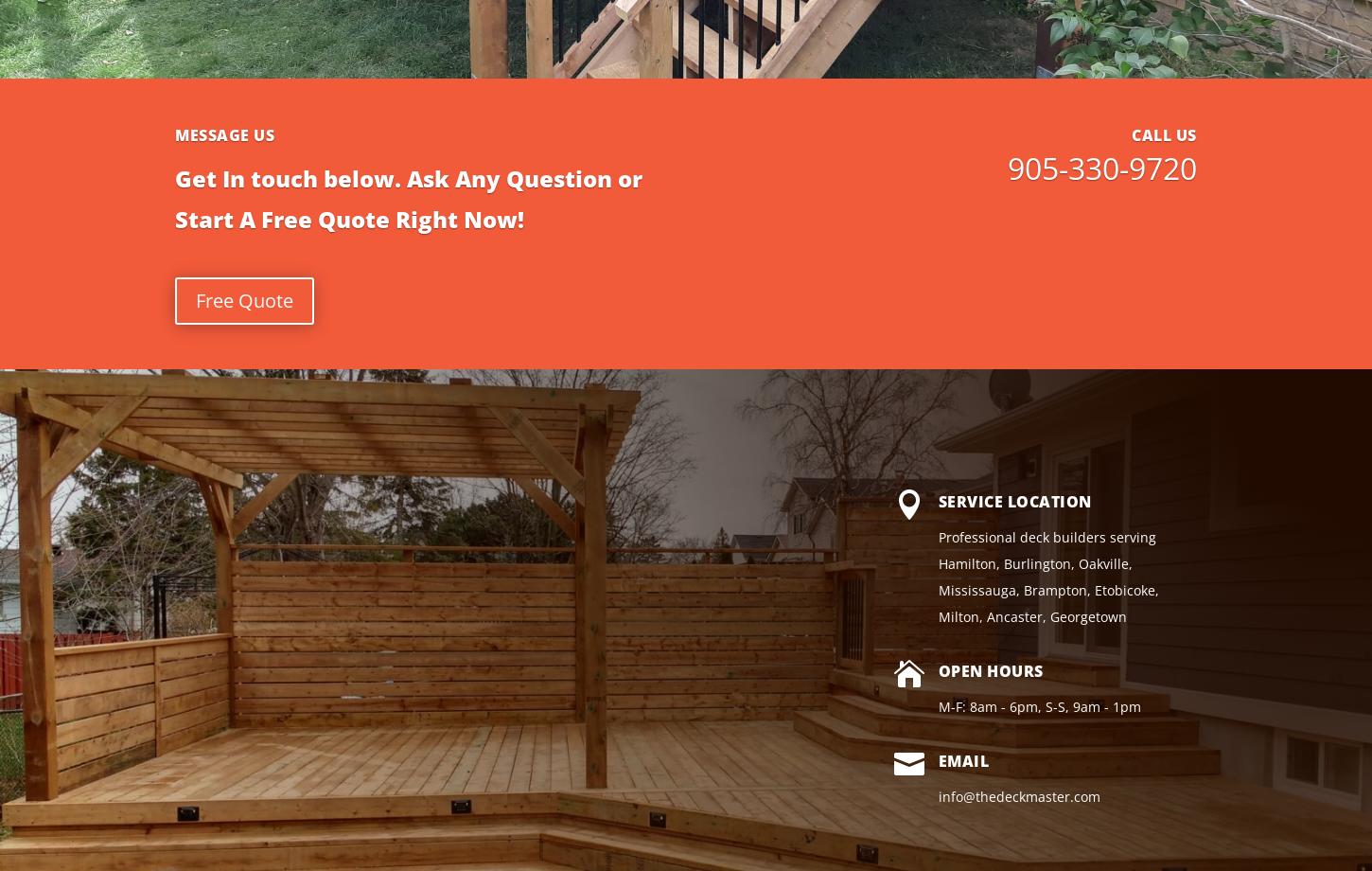  I want to click on '905-330-9720', so click(1100, 167).